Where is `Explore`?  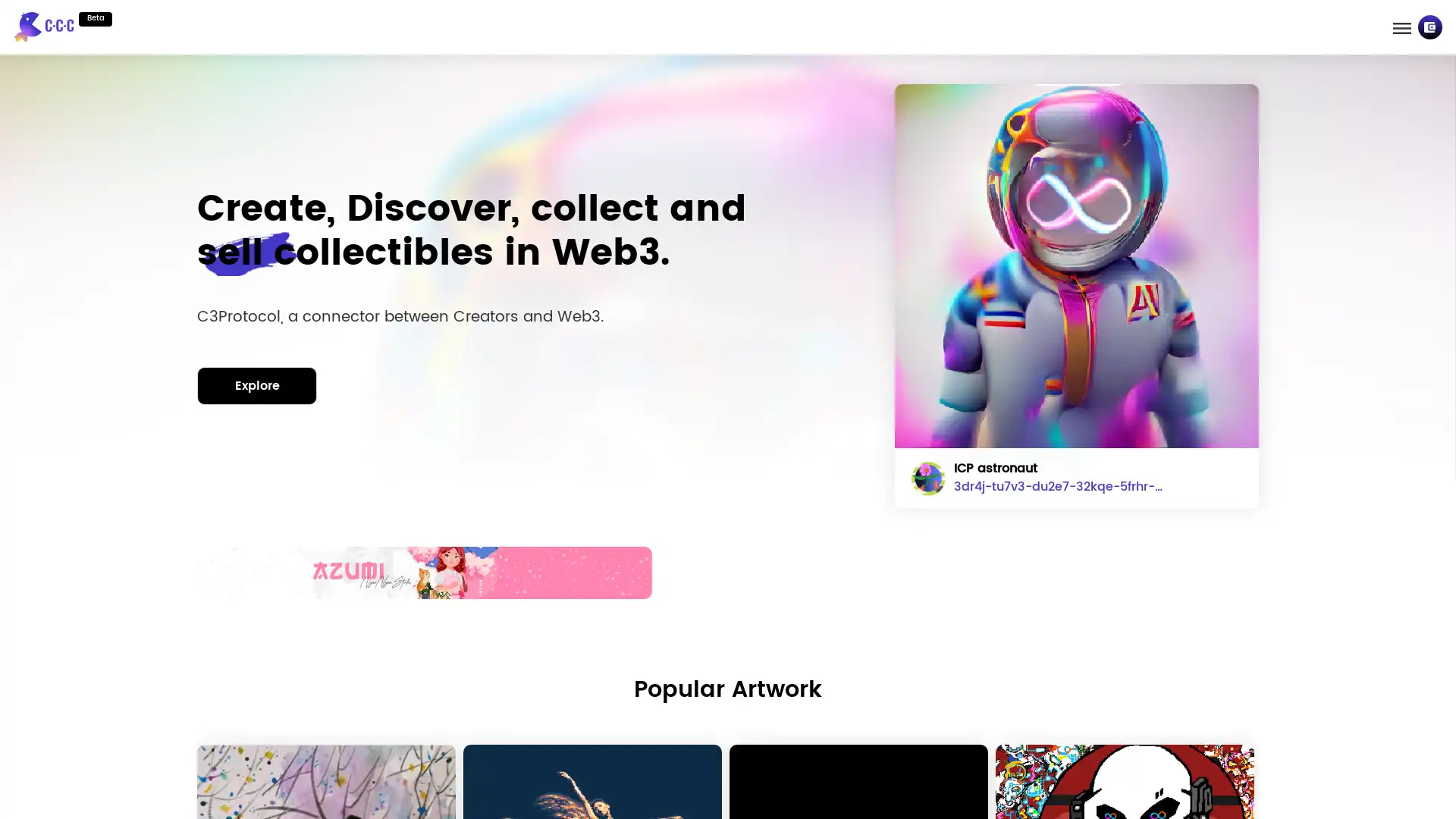 Explore is located at coordinates (257, 384).